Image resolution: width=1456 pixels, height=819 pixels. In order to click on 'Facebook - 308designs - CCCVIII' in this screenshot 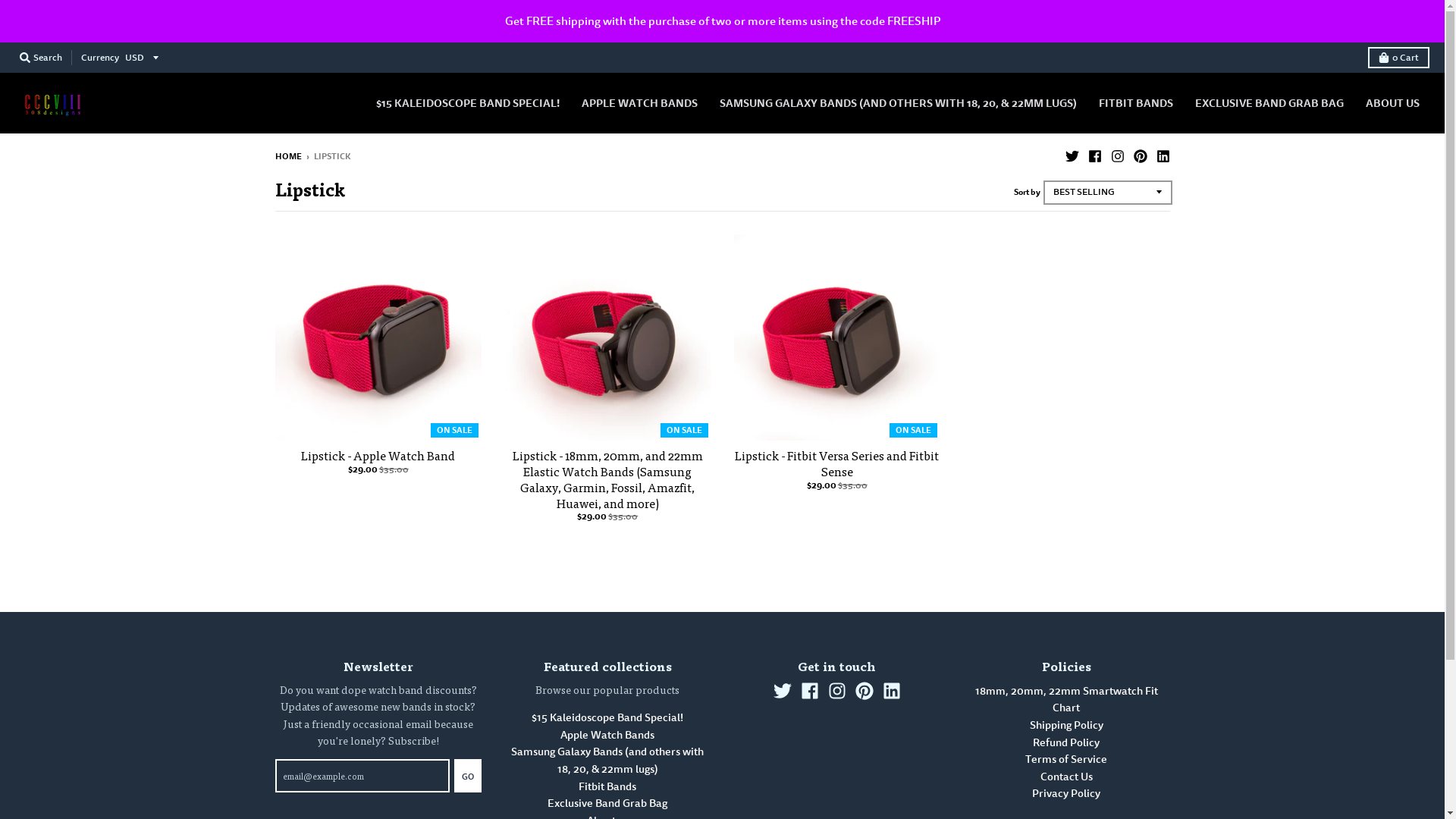, I will do `click(1094, 155)`.